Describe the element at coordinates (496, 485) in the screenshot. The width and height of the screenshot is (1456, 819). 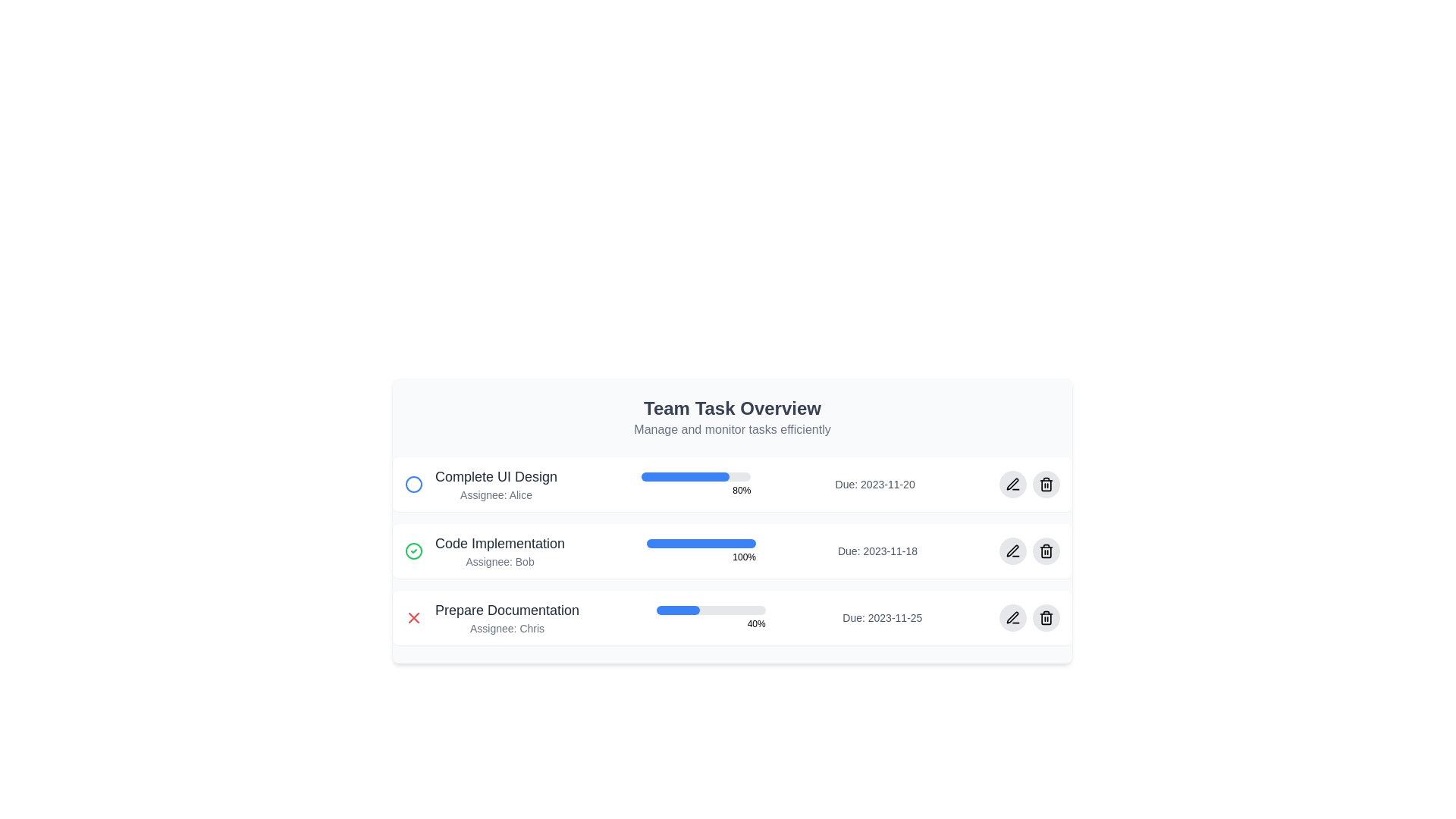
I see `the Text Block displaying the task 'Complete UI Design' assigned` at that location.